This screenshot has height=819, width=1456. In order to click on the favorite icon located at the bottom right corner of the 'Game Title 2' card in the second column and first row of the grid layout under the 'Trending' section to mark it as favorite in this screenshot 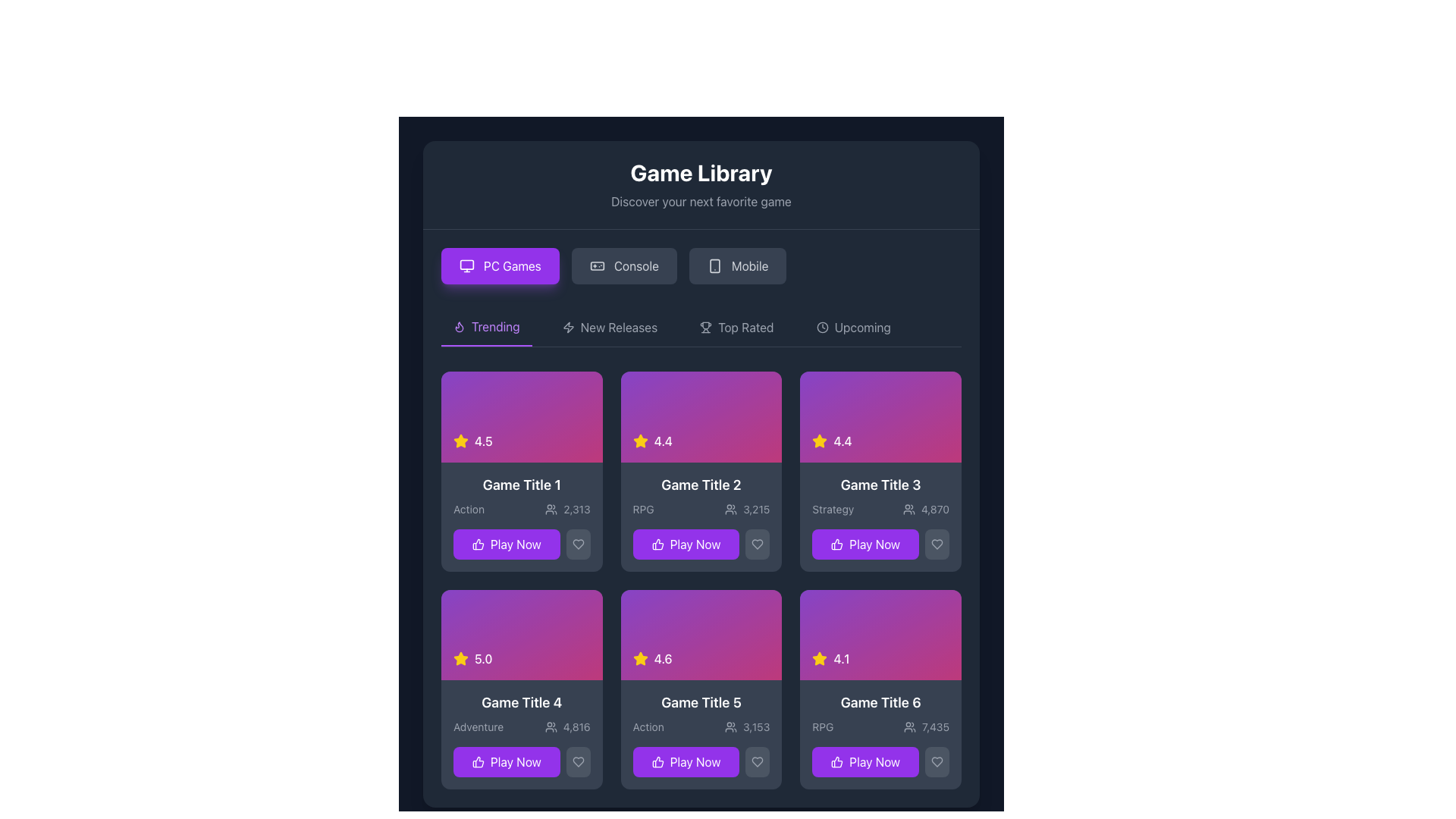, I will do `click(758, 543)`.